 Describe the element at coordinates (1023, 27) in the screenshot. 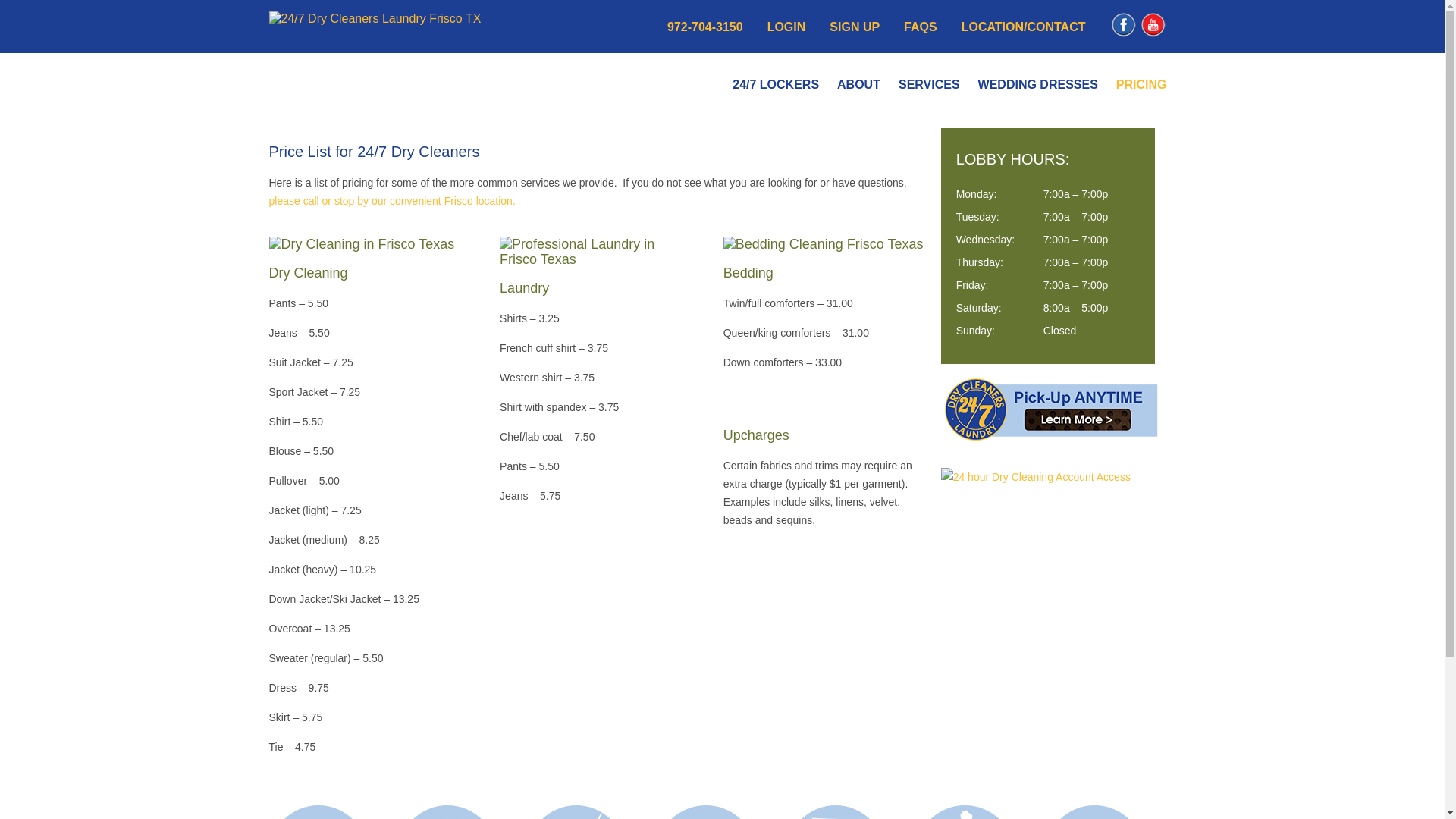

I see `'LOCATION/CONTACT'` at that location.